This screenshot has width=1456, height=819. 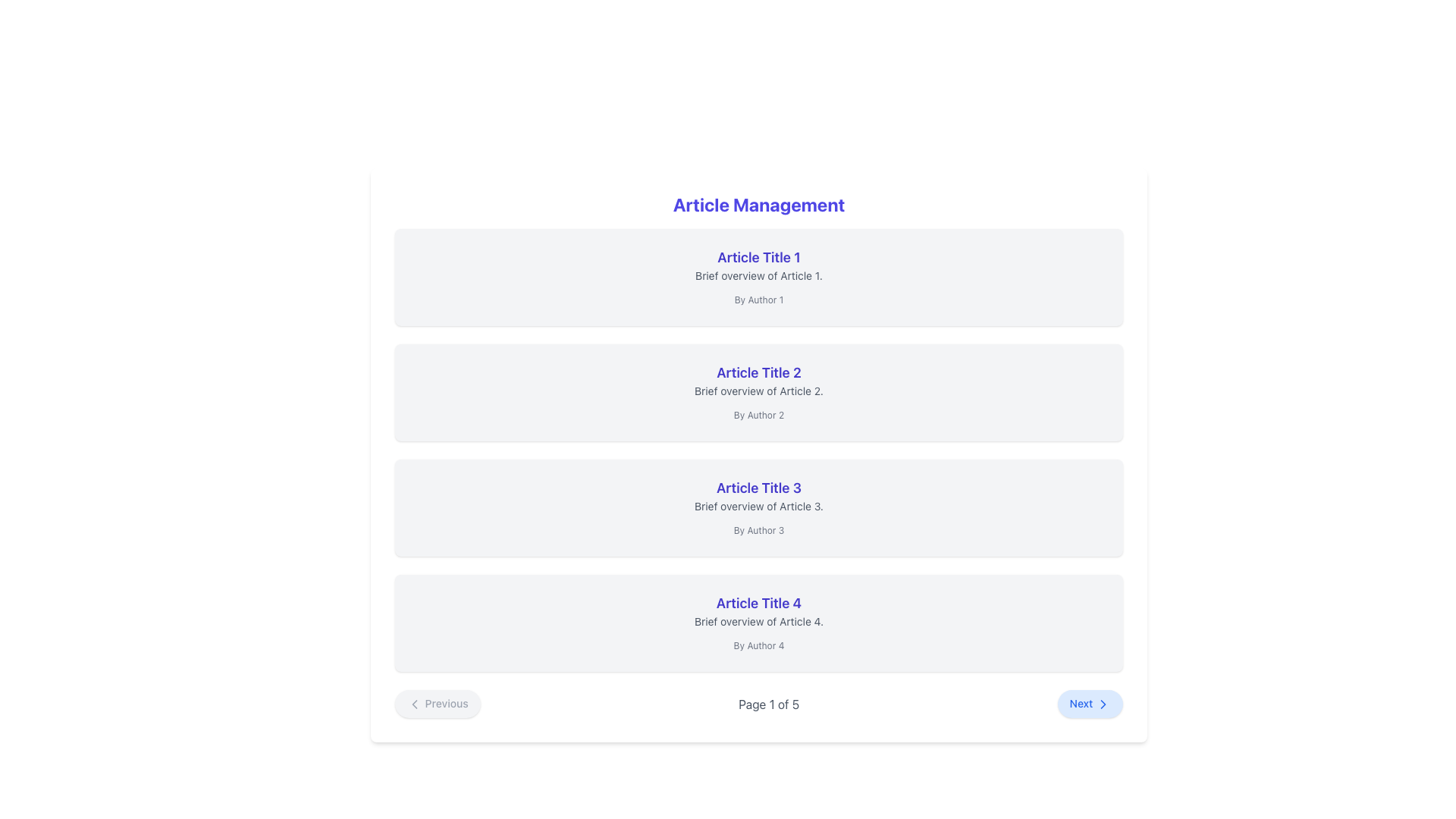 I want to click on the fourth informational card located at the bottom of the grid, so click(x=759, y=623).